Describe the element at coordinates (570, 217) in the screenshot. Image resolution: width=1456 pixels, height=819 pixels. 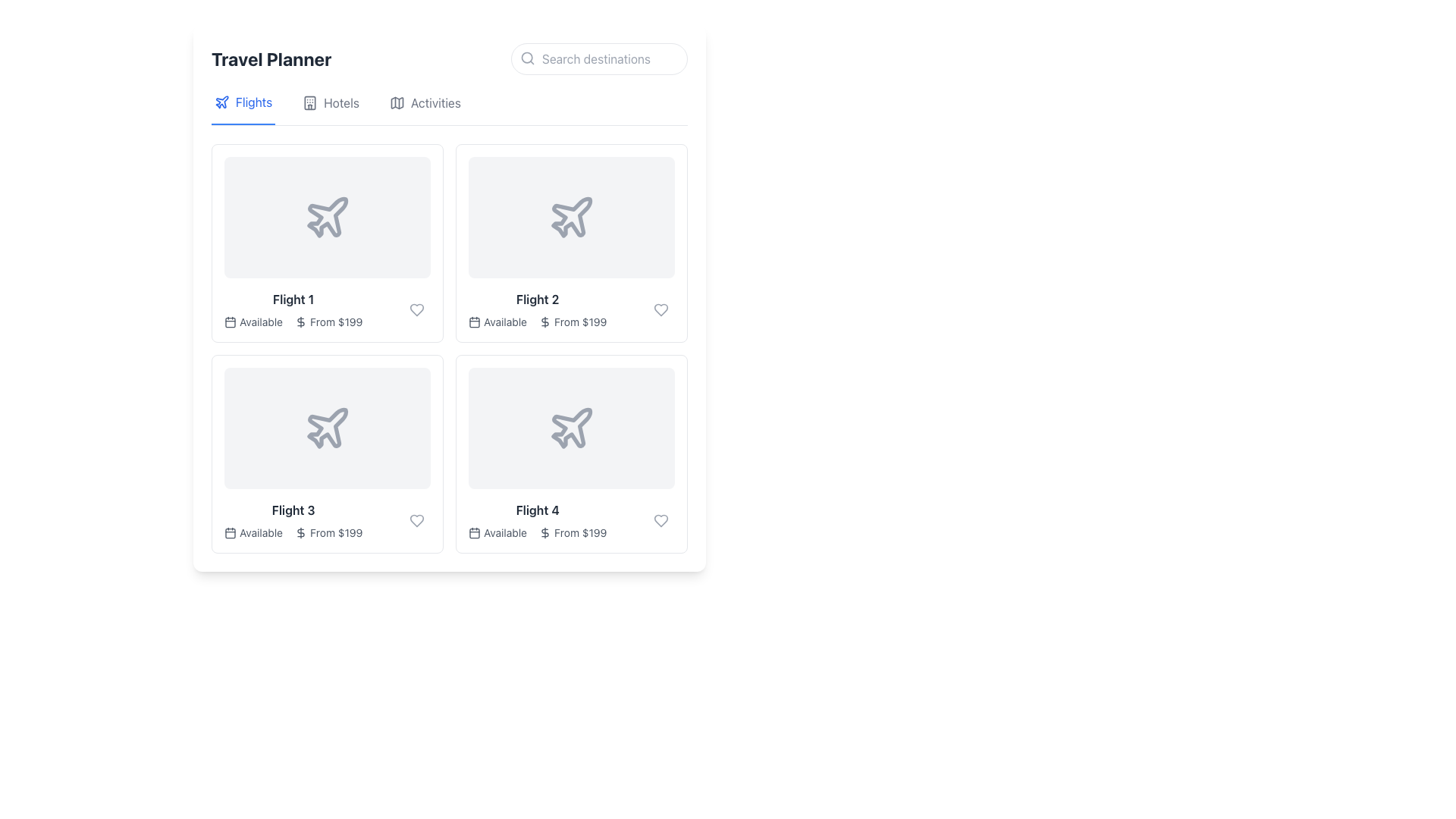
I see `the second airplane icon in the grid layout of the 'Travel Planner' interface` at that location.